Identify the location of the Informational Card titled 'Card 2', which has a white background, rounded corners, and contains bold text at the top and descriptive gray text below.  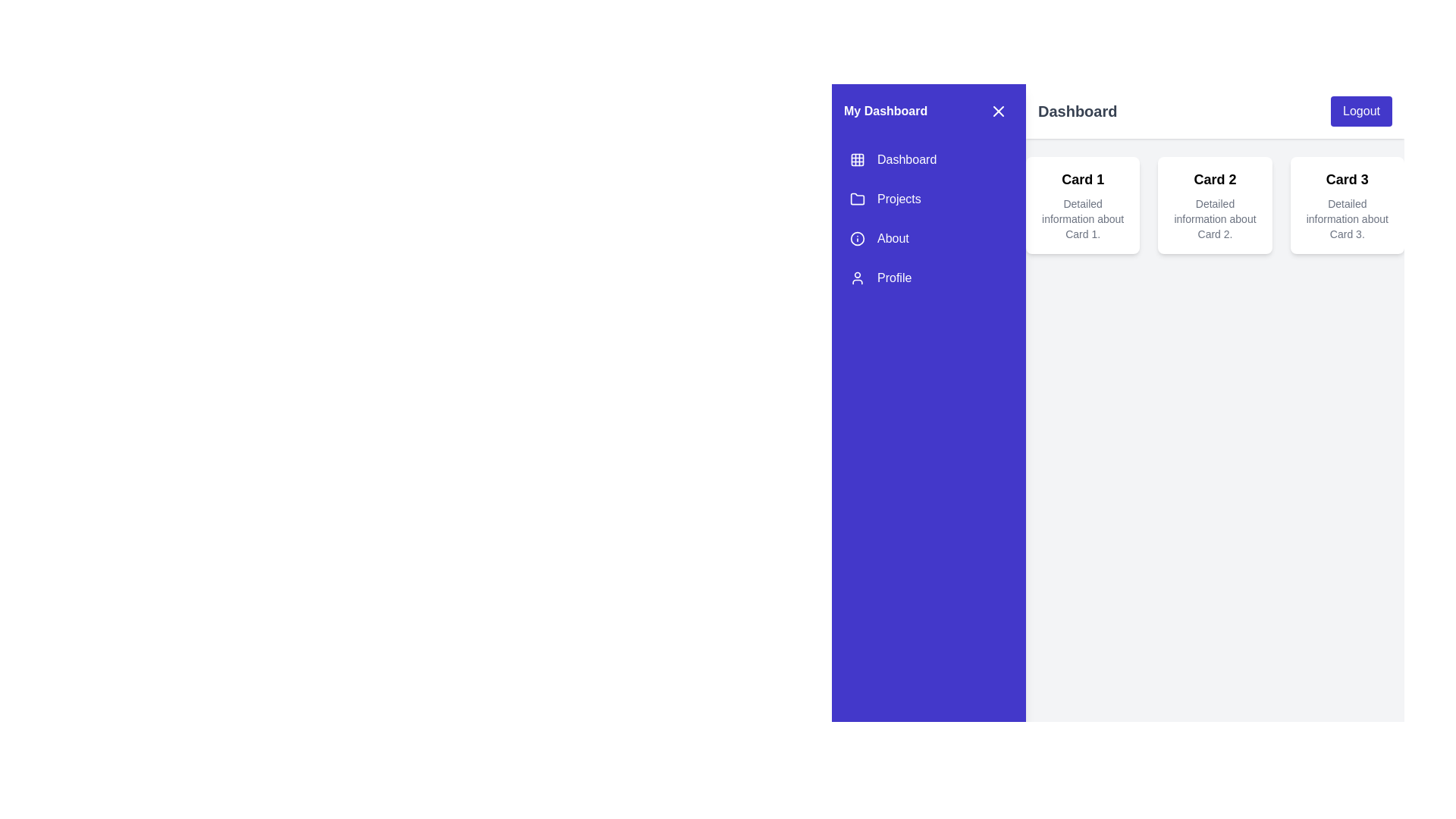
(1215, 205).